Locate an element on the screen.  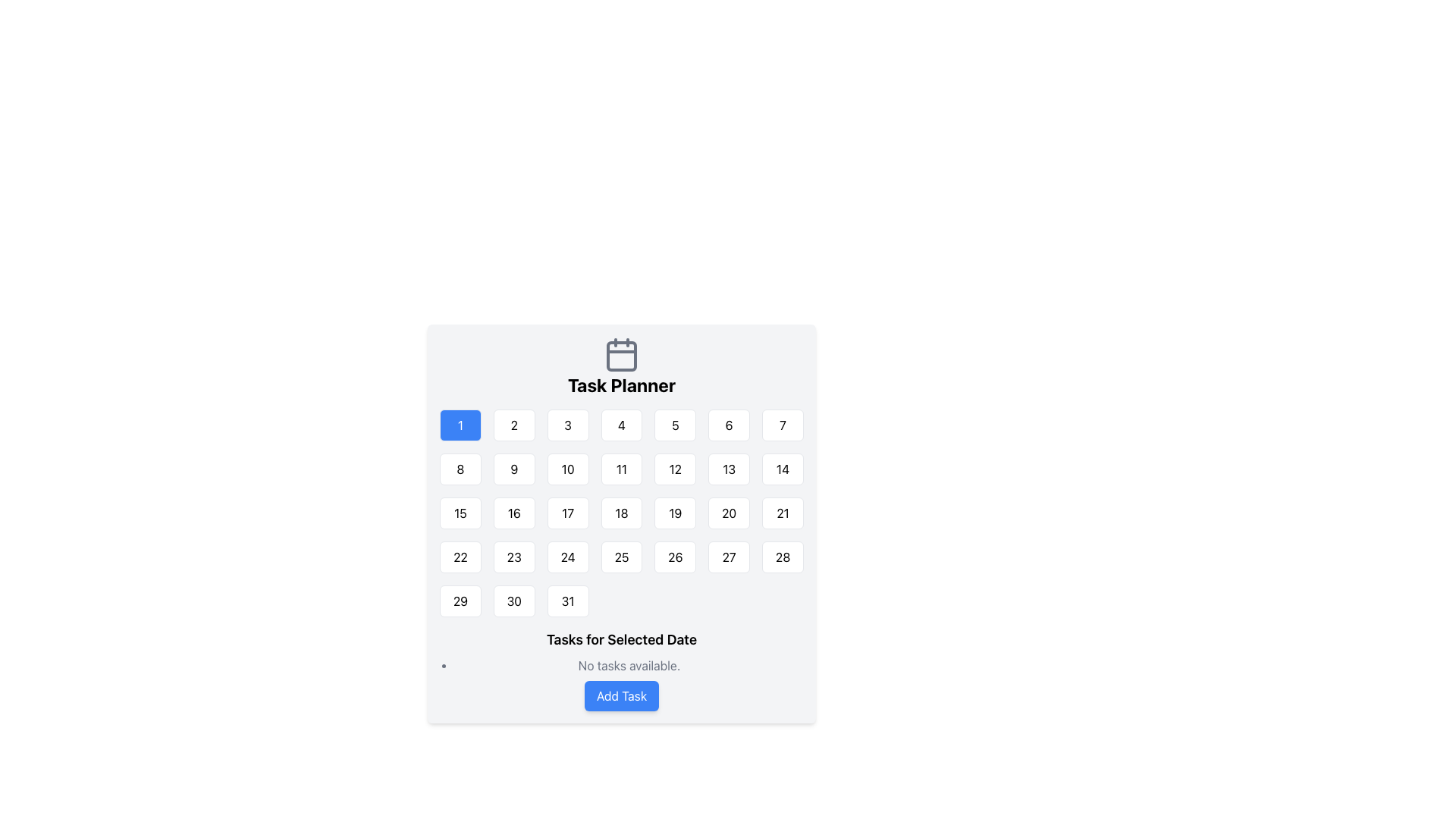
the square button with a white background and black text displaying '24' located in the 7th row and 4th column of the numerical grid is located at coordinates (567, 557).